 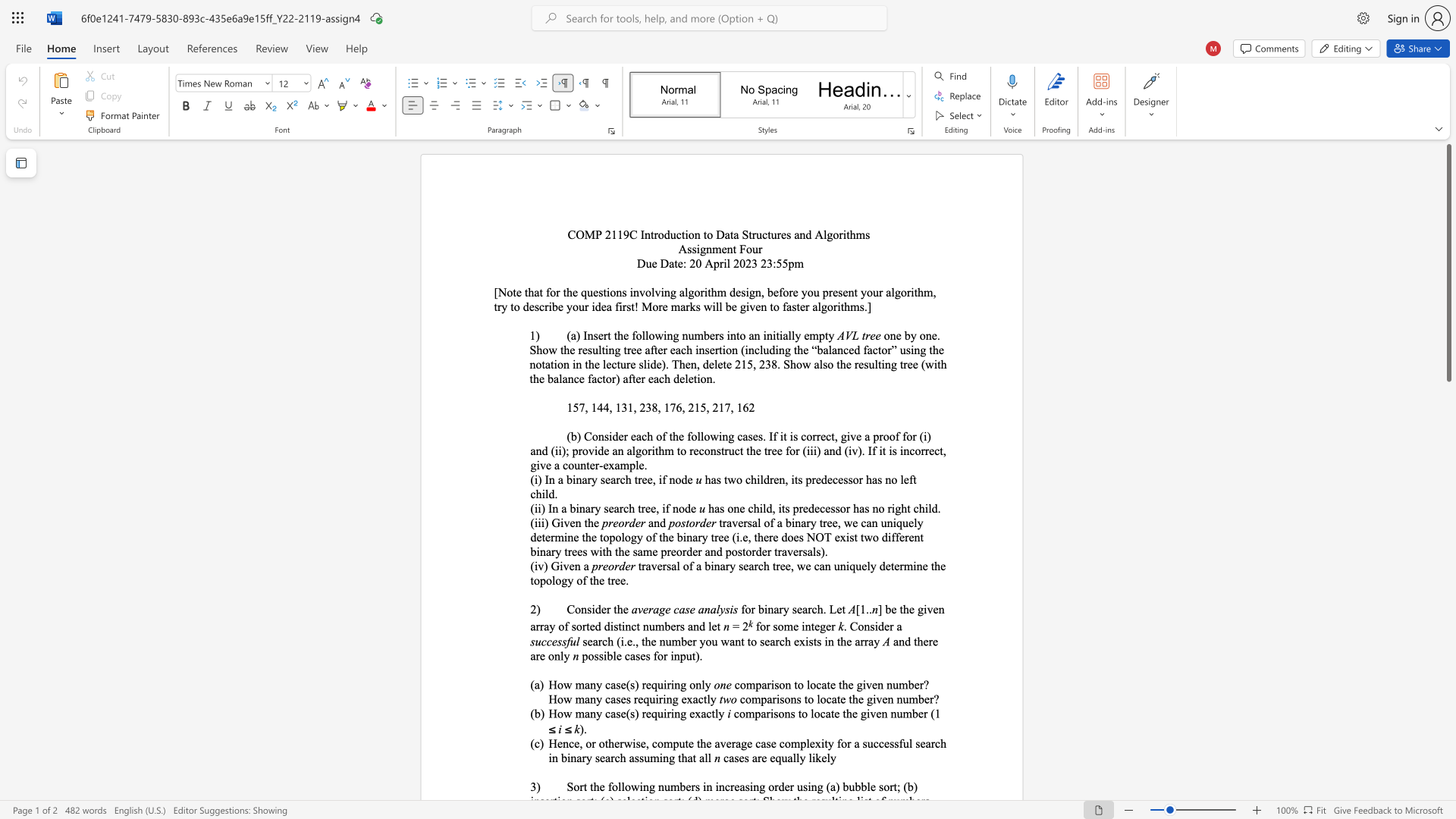 What do you see at coordinates (822, 626) in the screenshot?
I see `the 1th character "g" in the text` at bounding box center [822, 626].